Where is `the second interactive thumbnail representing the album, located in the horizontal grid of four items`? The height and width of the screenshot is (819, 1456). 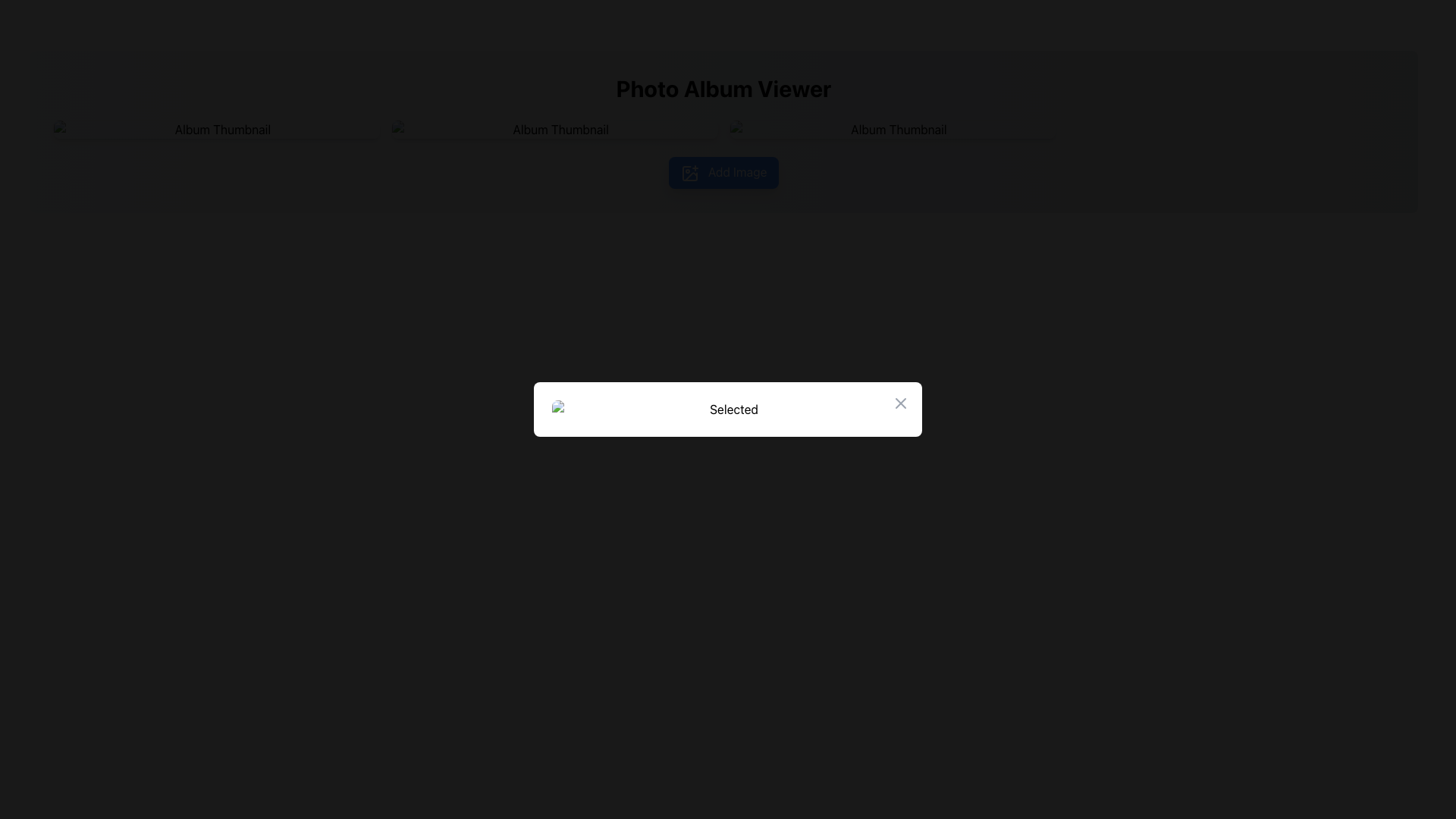 the second interactive thumbnail representing the album, located in the horizontal grid of four items is located at coordinates (554, 128).